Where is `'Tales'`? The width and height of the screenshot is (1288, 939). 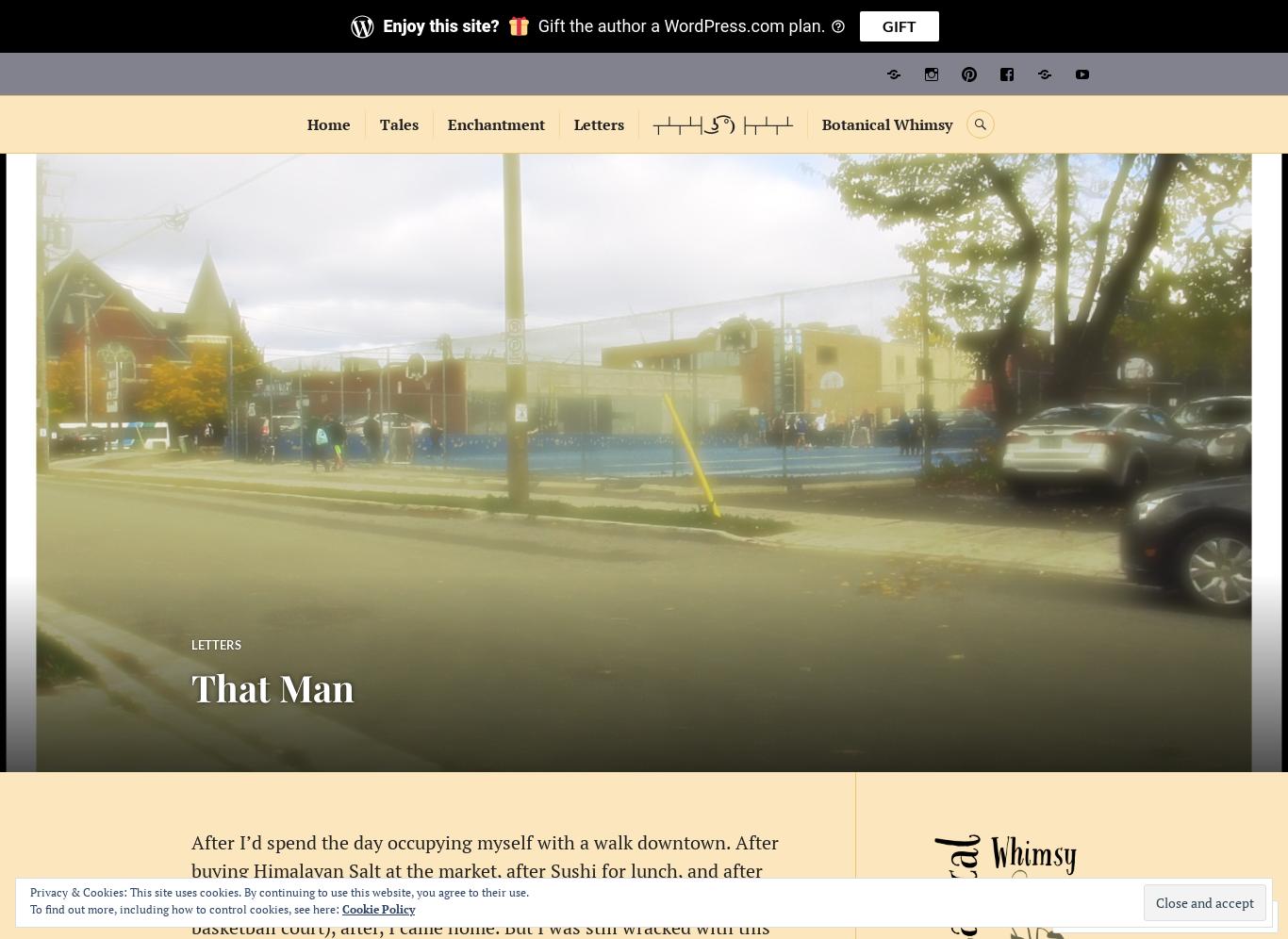 'Tales' is located at coordinates (378, 123).